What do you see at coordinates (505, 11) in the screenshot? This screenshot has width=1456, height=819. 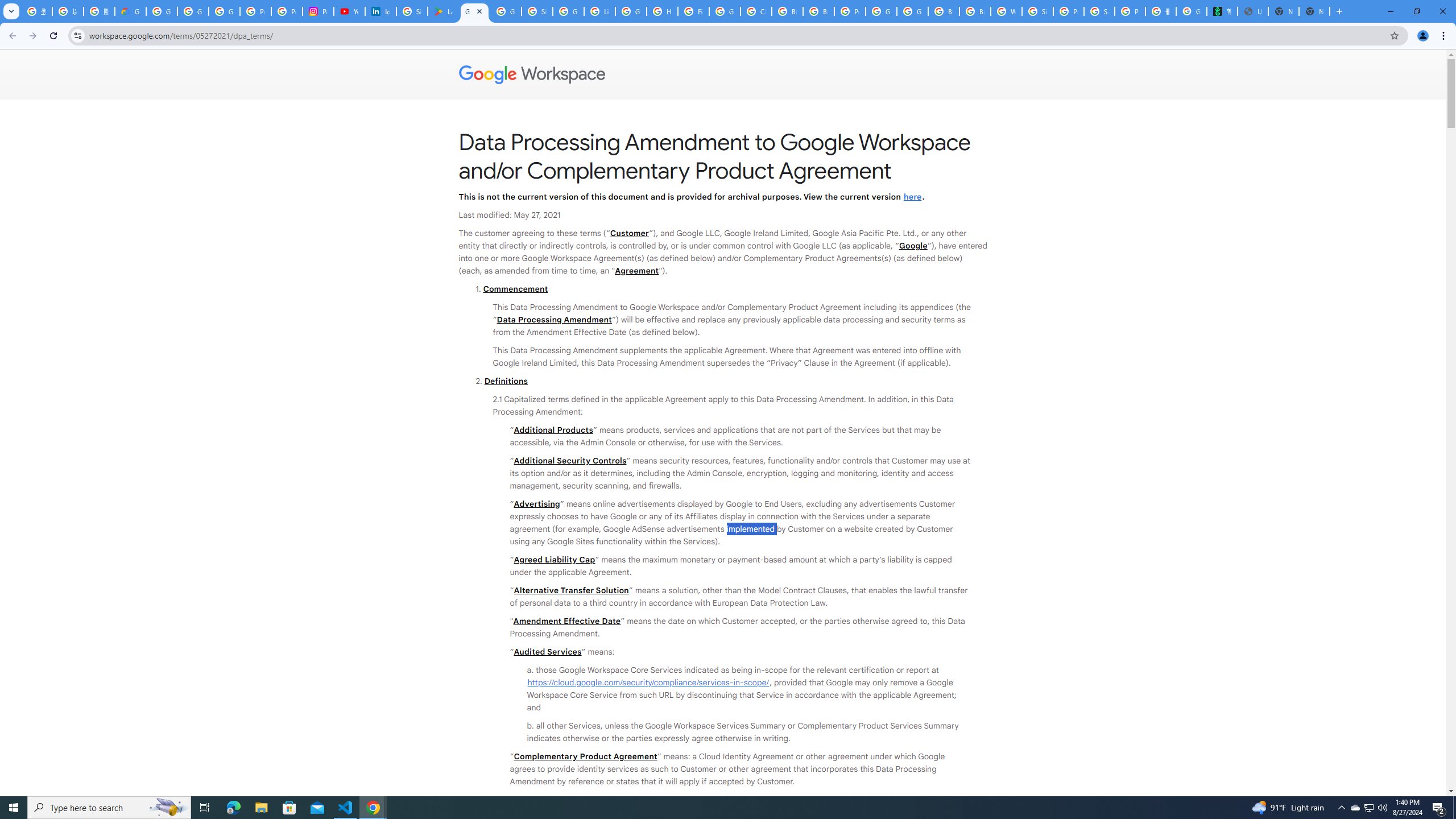 I see `'Google Workspace - Specific Terms'` at bounding box center [505, 11].